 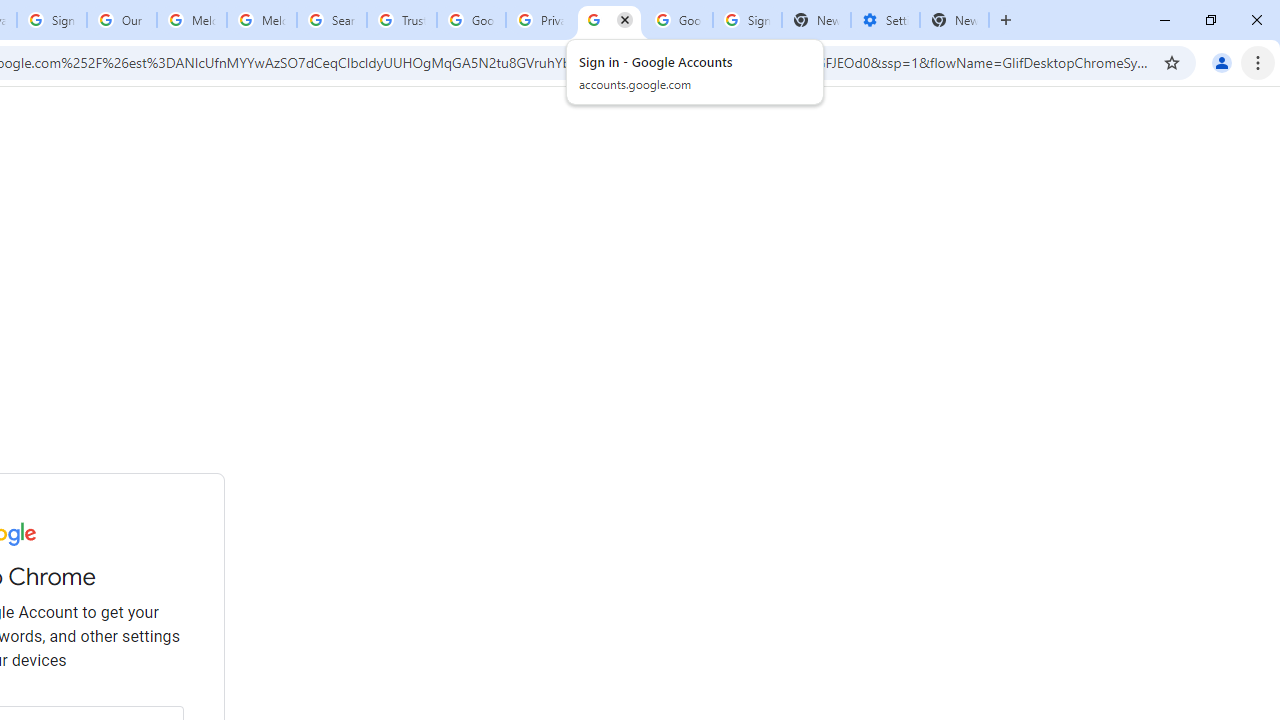 What do you see at coordinates (678, 20) in the screenshot?
I see `'Google Cybersecurity Innovations - Google Safety Center'` at bounding box center [678, 20].